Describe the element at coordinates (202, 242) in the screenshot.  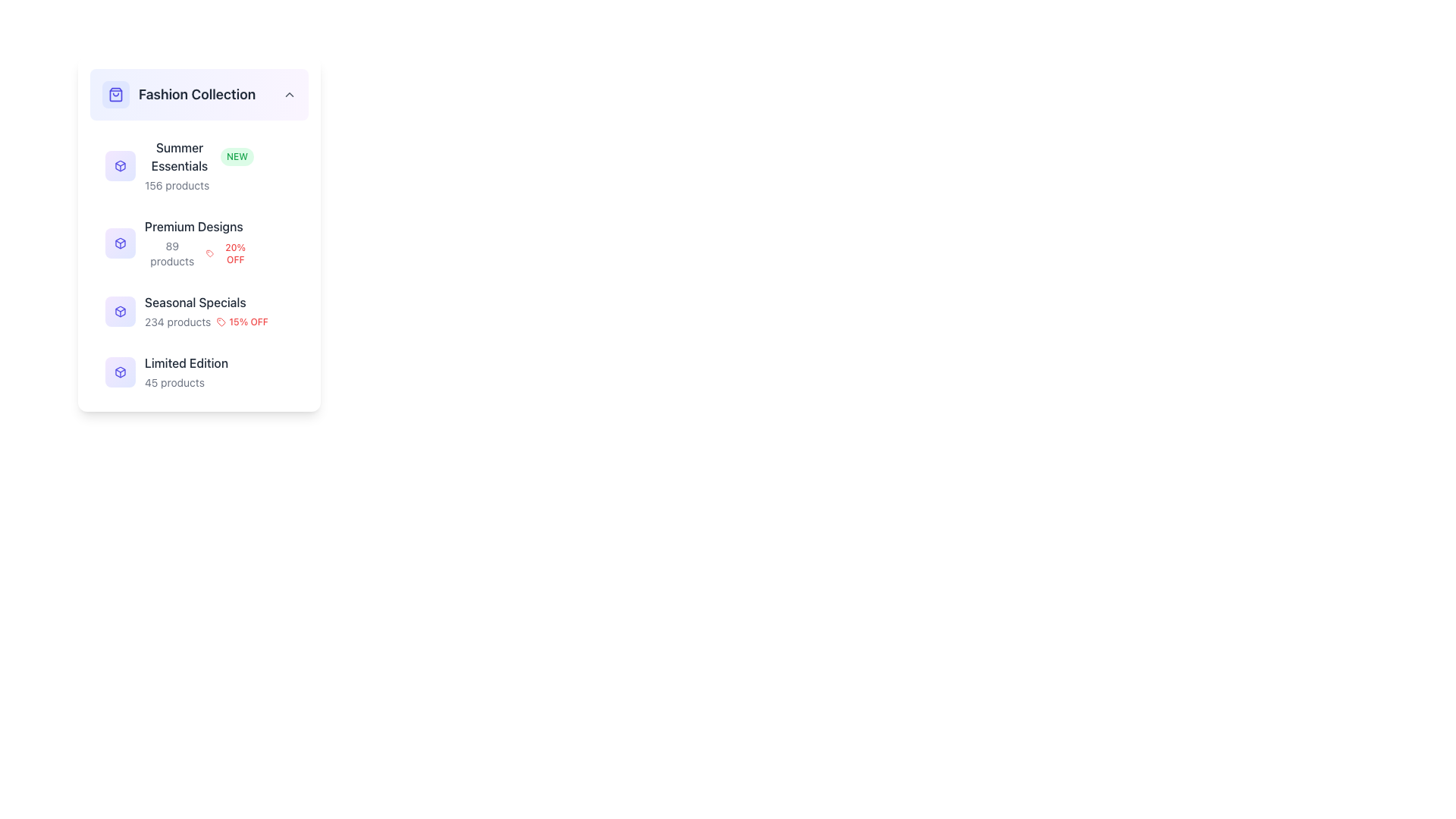
I see `the second card in the 'Fashion Collection' list to navigate to a detailed view of the product category or promotion` at that location.